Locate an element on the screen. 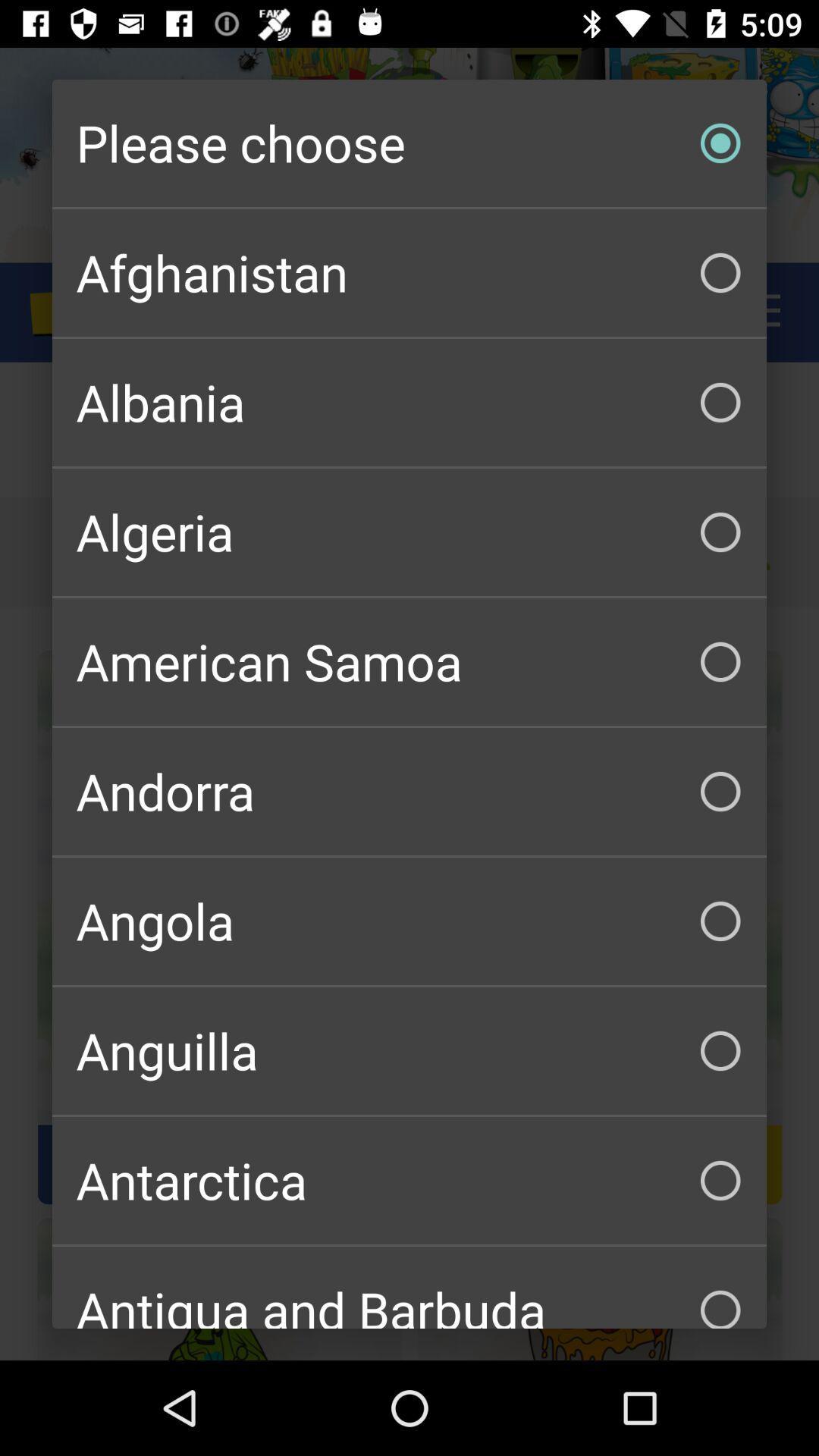  item above the algeria is located at coordinates (409, 403).